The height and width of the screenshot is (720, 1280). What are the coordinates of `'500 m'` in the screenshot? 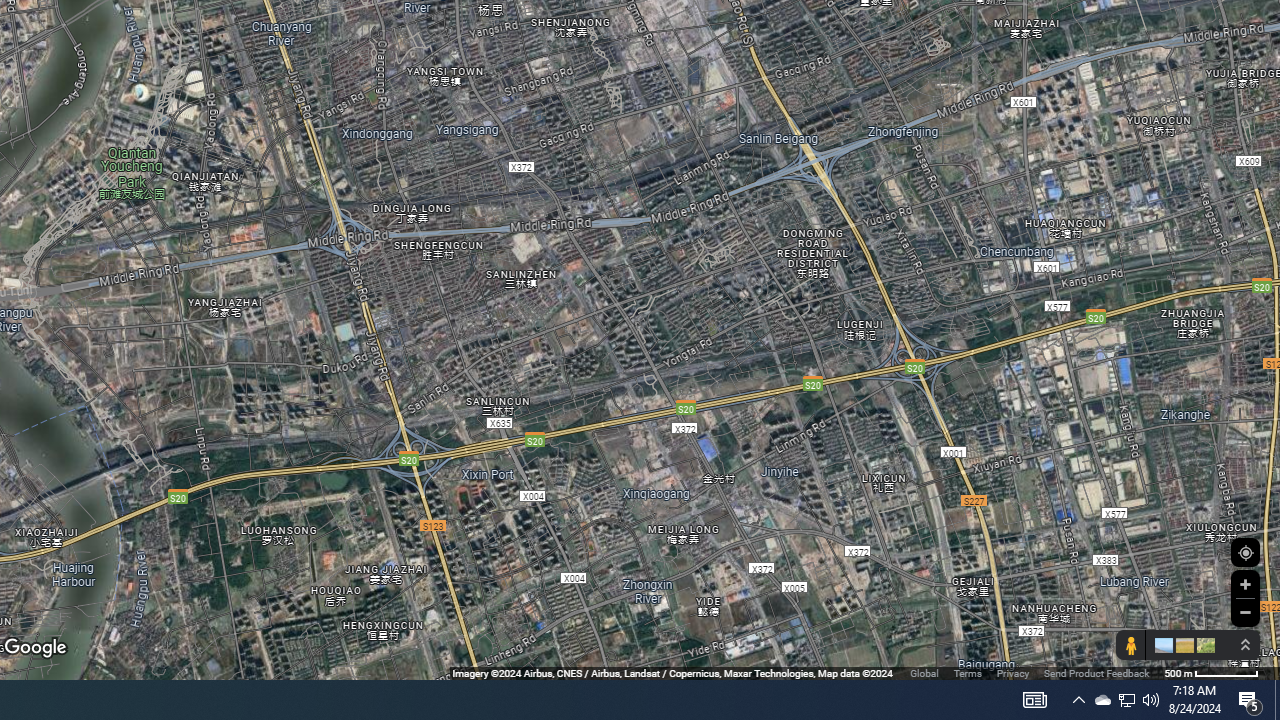 It's located at (1210, 673).